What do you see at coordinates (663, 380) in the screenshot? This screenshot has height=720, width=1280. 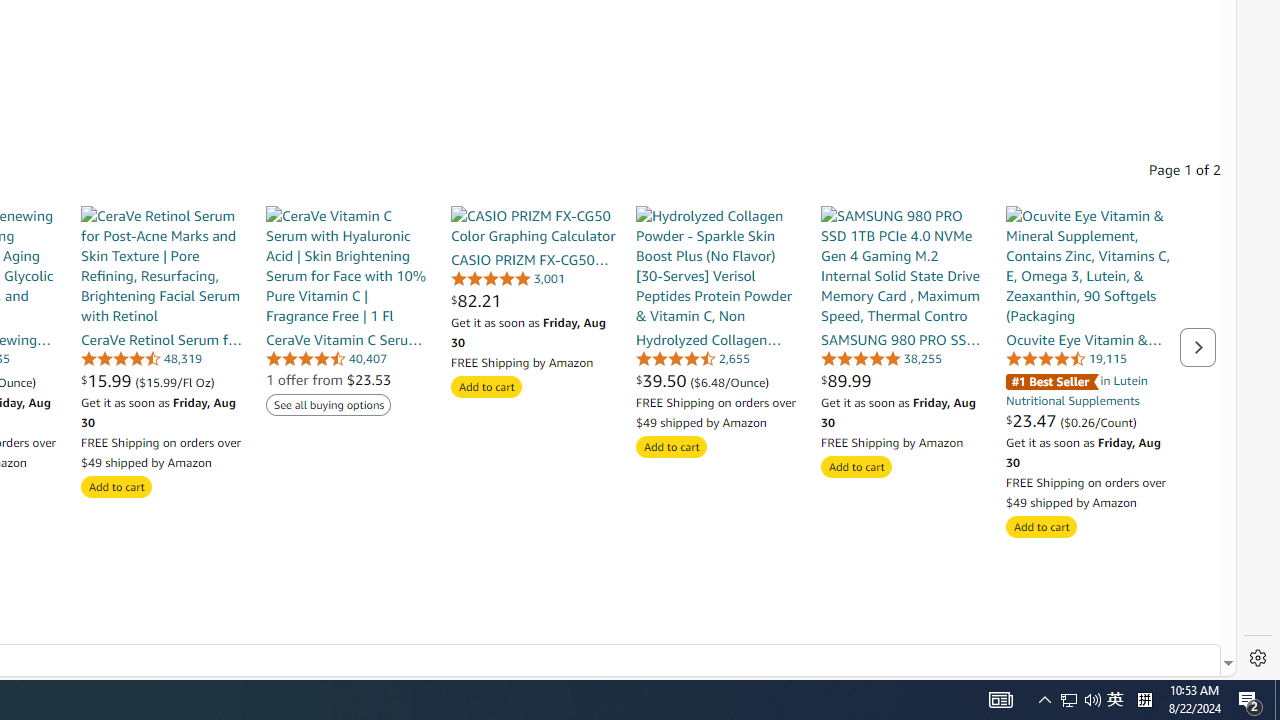 I see `'$39.50 '` at bounding box center [663, 380].